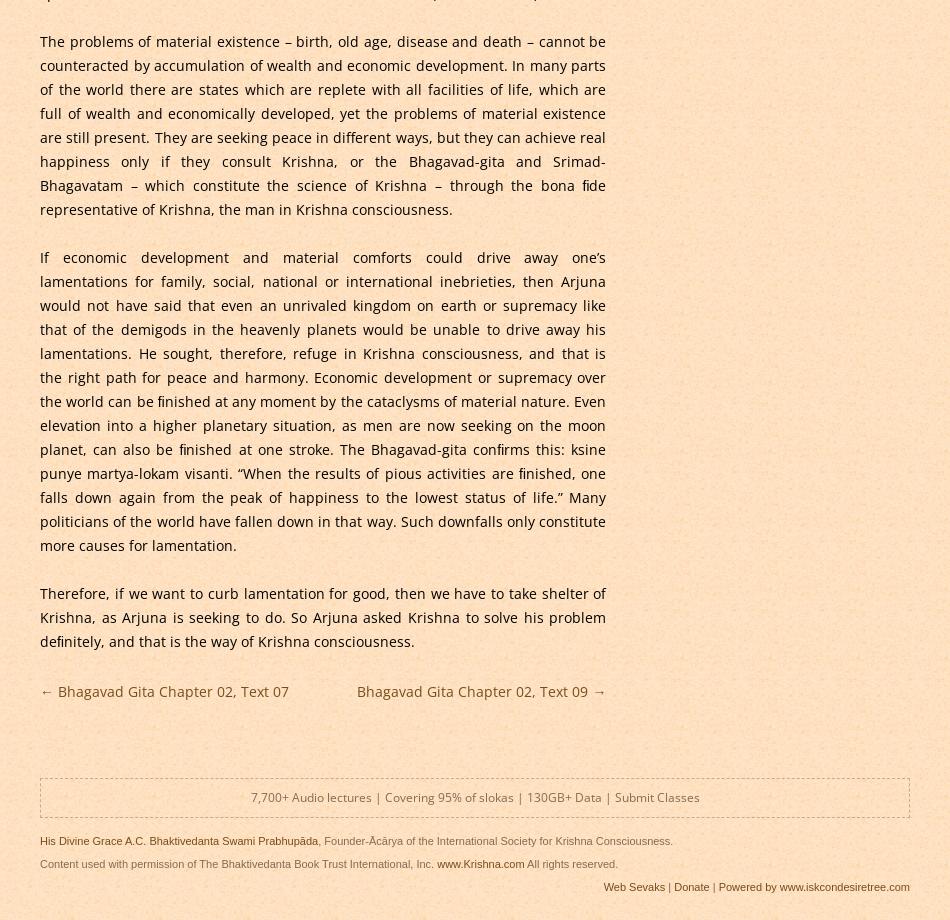  Describe the element at coordinates (321, 615) in the screenshot. I see `'Therefore, if we want to curb lamentation for good, then we have to take shelter of Krishna, as Arjuna is seeking to do. So Arjuna asked Krishna to solve his problem deﬁnitely, and that is the way of Krishna consciousness.'` at that location.